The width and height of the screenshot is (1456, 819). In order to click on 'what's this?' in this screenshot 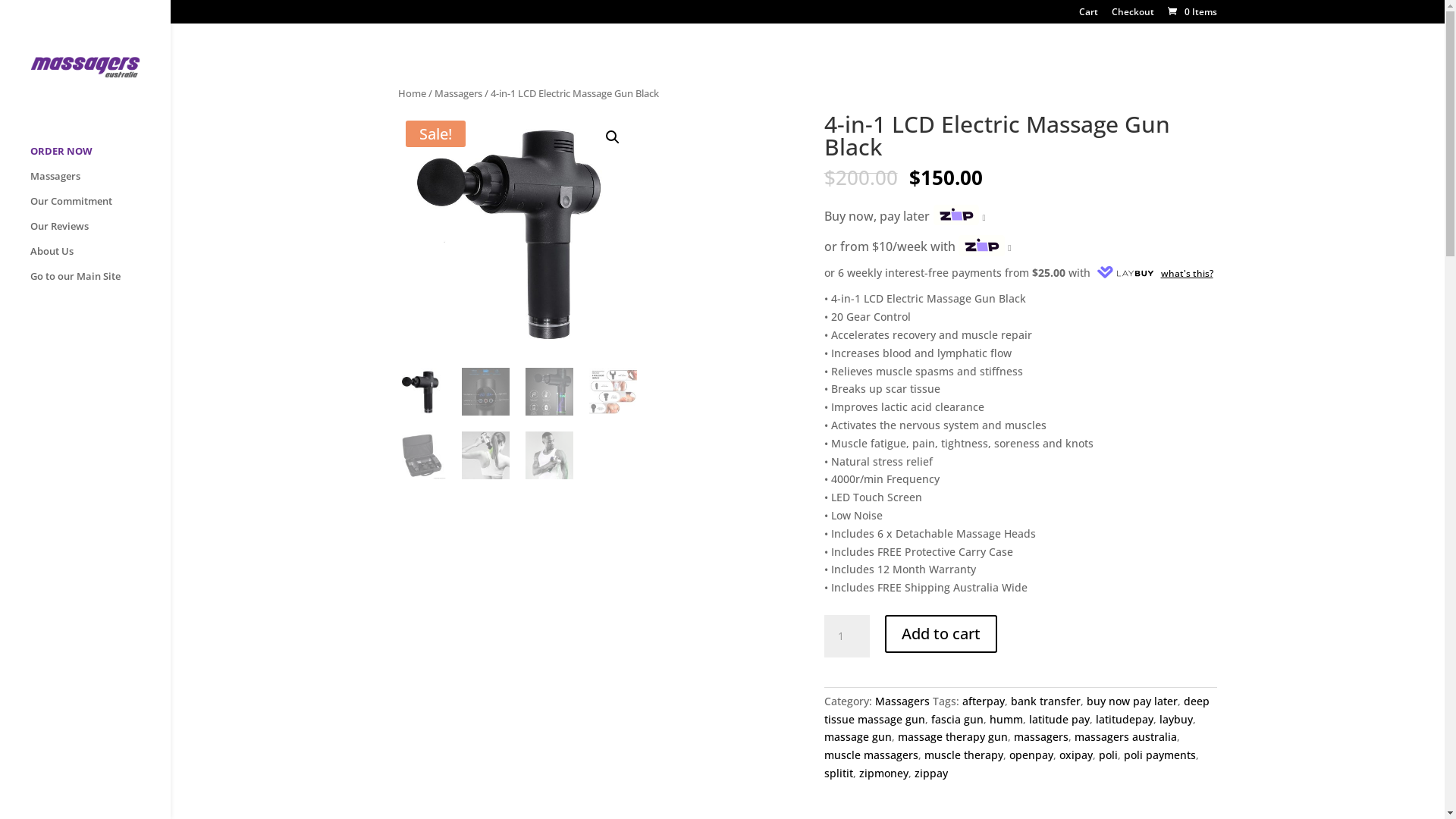, I will do `click(1093, 271)`.